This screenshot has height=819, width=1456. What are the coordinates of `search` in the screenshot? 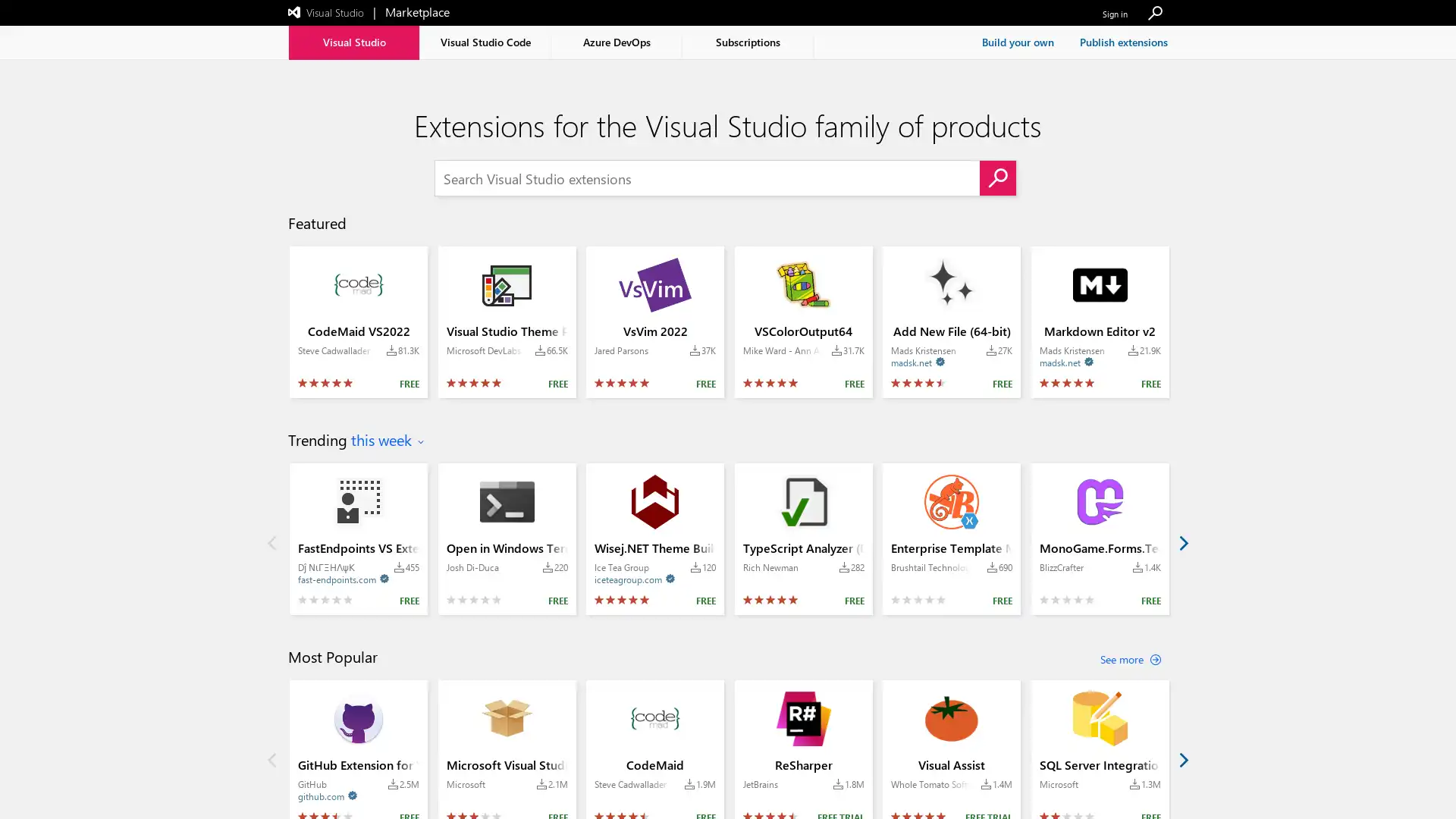 It's located at (997, 177).